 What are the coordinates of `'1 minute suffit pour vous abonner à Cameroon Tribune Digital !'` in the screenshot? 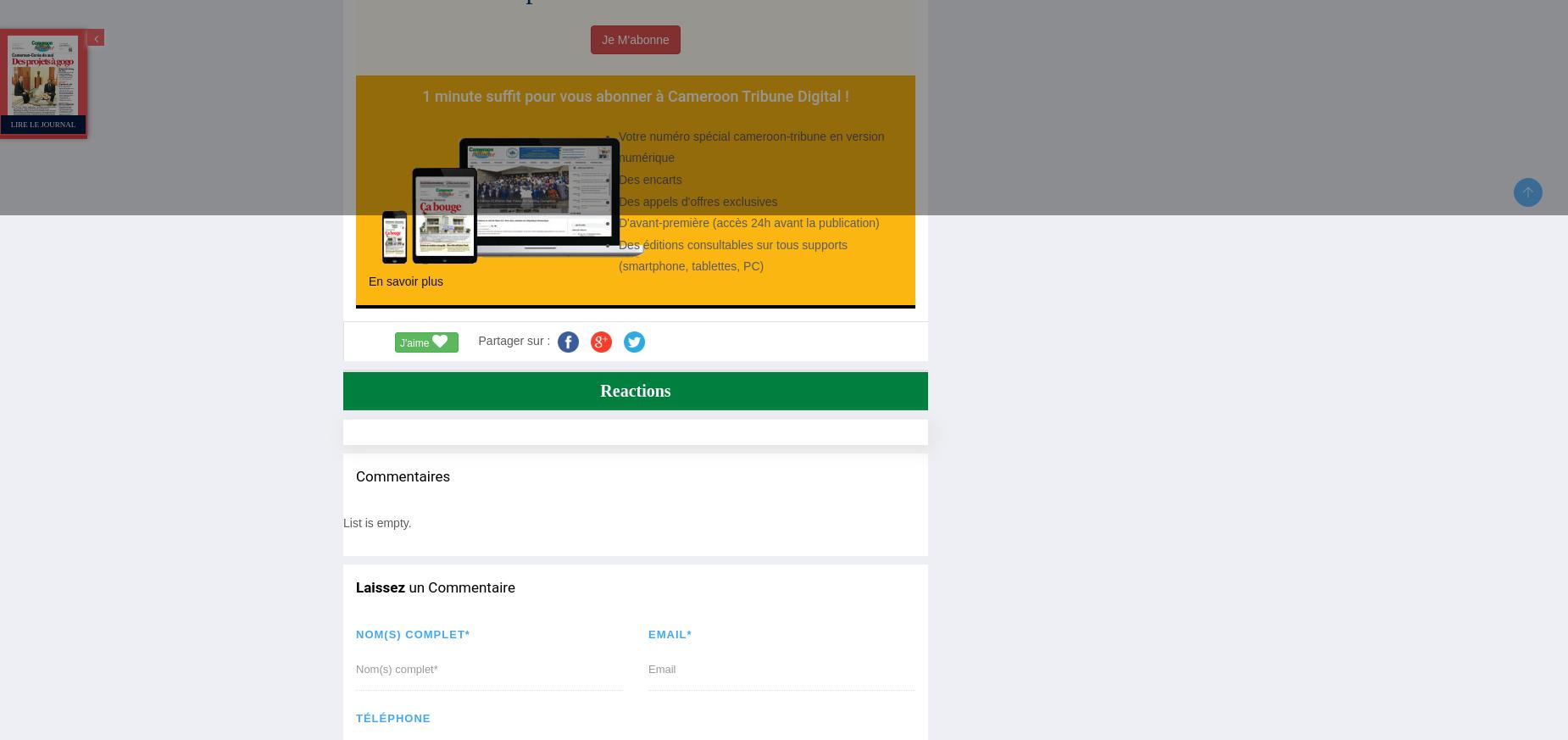 It's located at (422, 95).